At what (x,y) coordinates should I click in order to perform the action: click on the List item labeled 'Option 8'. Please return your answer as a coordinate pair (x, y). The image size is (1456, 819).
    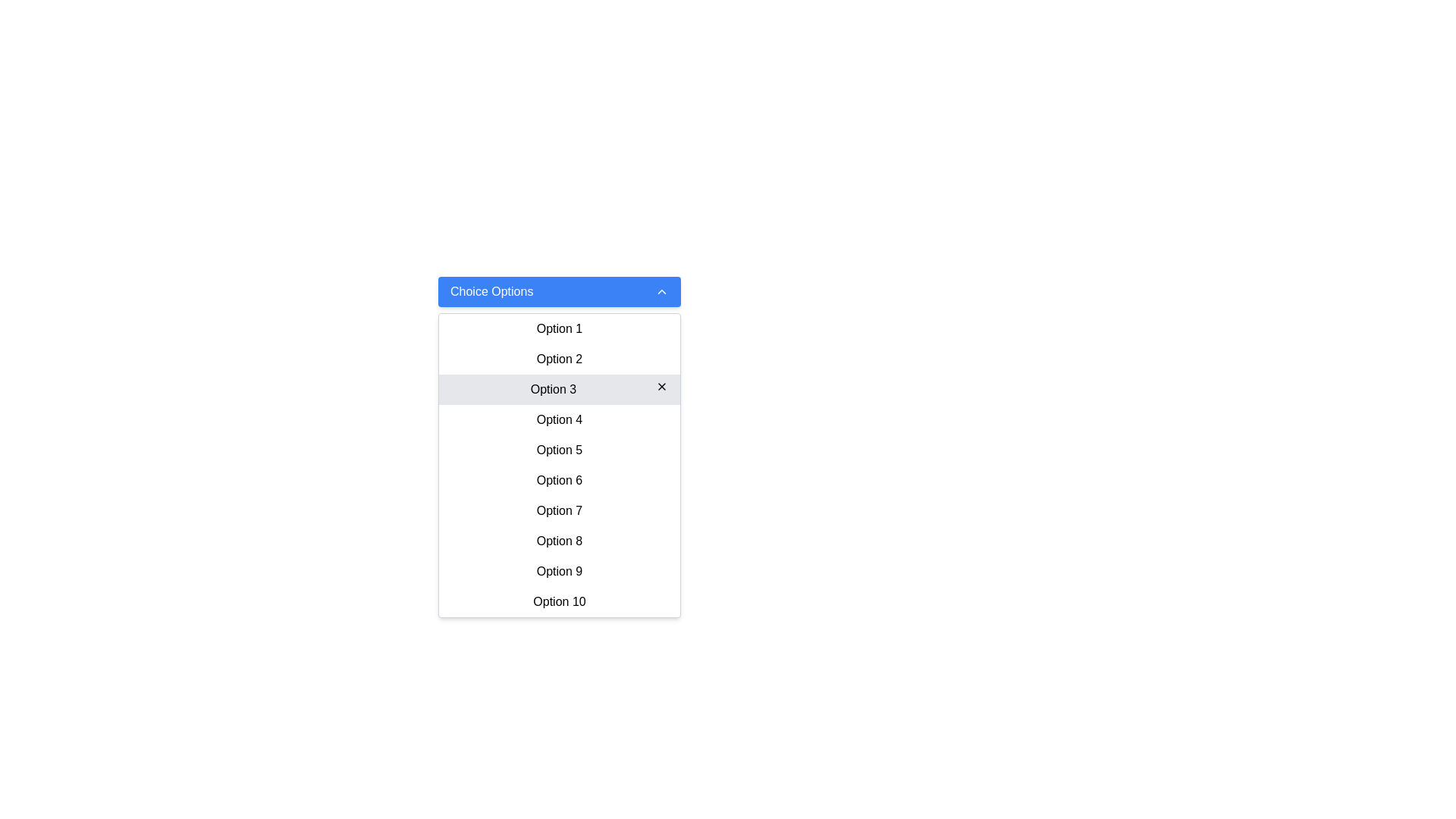
    Looking at the image, I should click on (559, 540).